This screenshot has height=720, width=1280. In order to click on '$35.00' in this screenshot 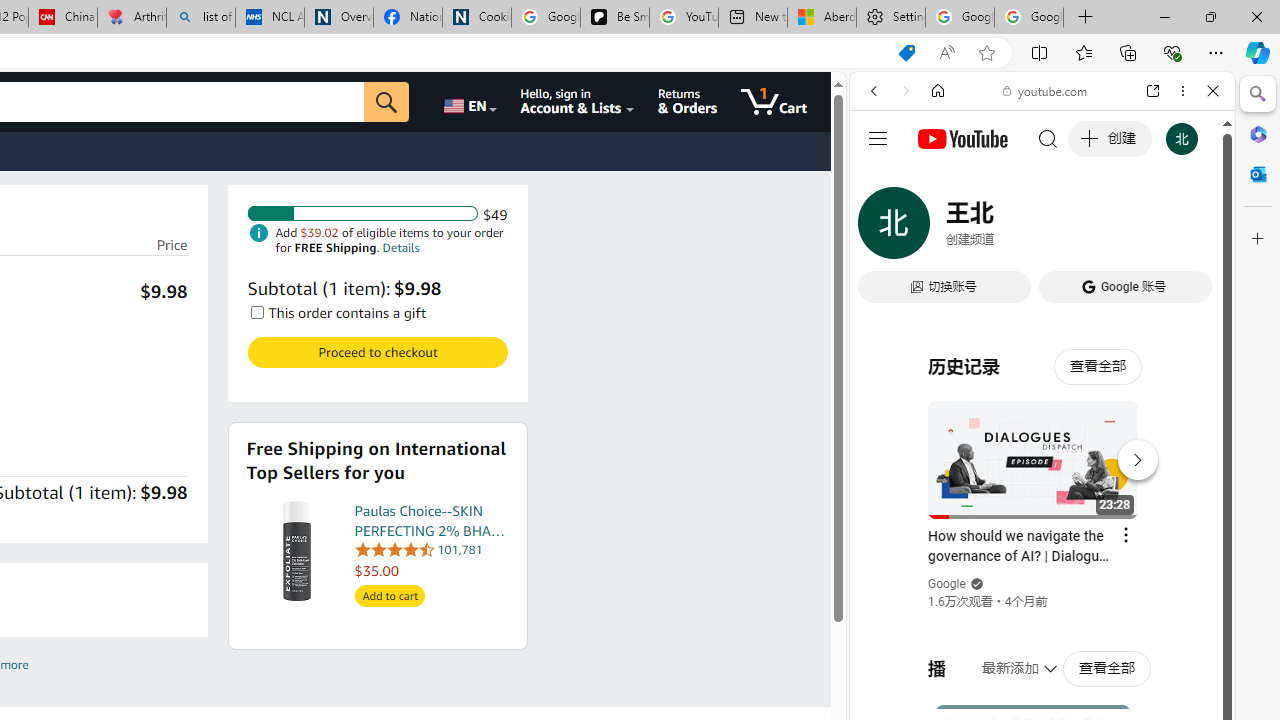, I will do `click(431, 570)`.